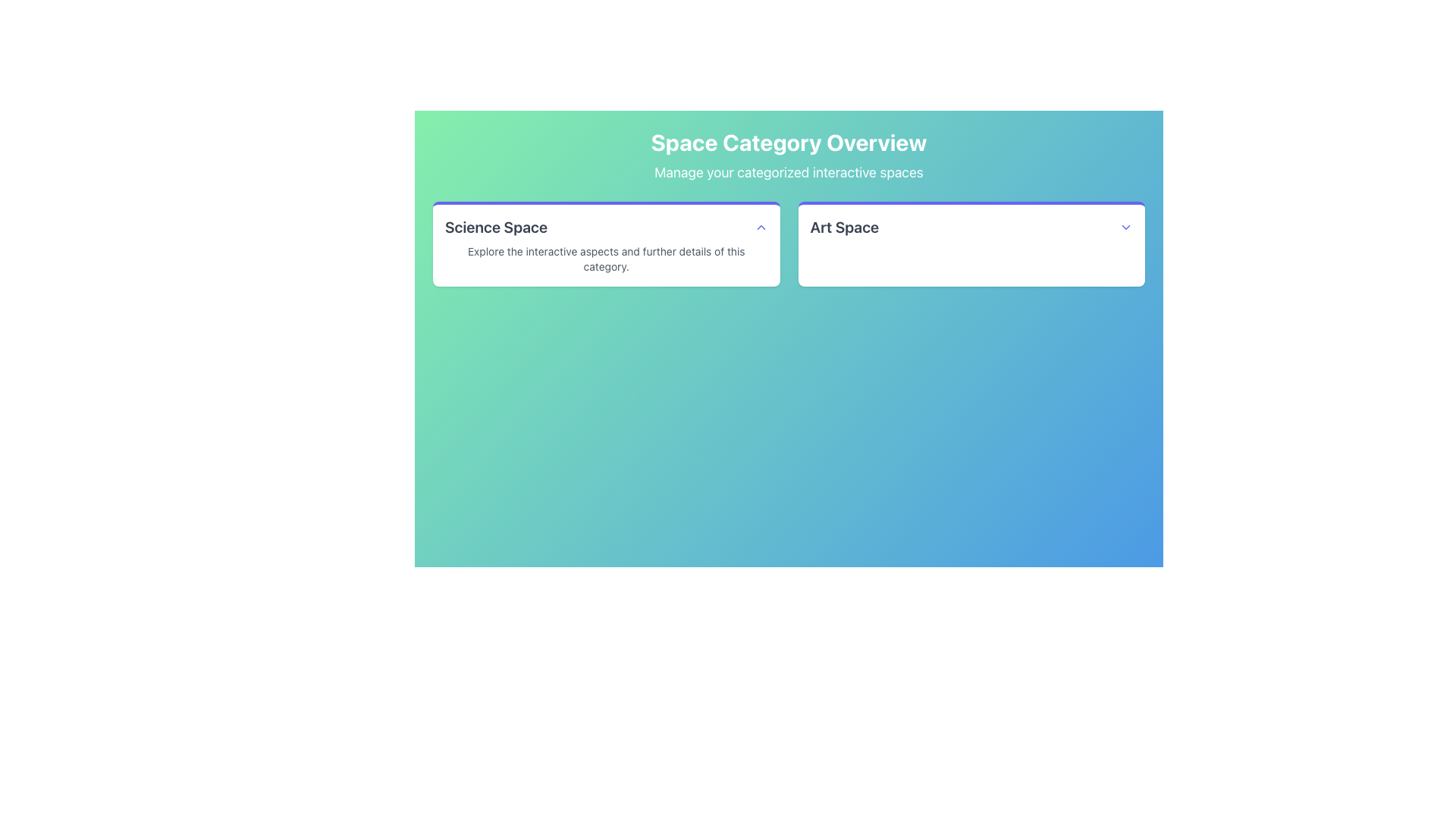  What do you see at coordinates (605, 259) in the screenshot?
I see `descriptive text located beneath the 'Science Space' title within the leftmost card of a horizontally arranged layout` at bounding box center [605, 259].